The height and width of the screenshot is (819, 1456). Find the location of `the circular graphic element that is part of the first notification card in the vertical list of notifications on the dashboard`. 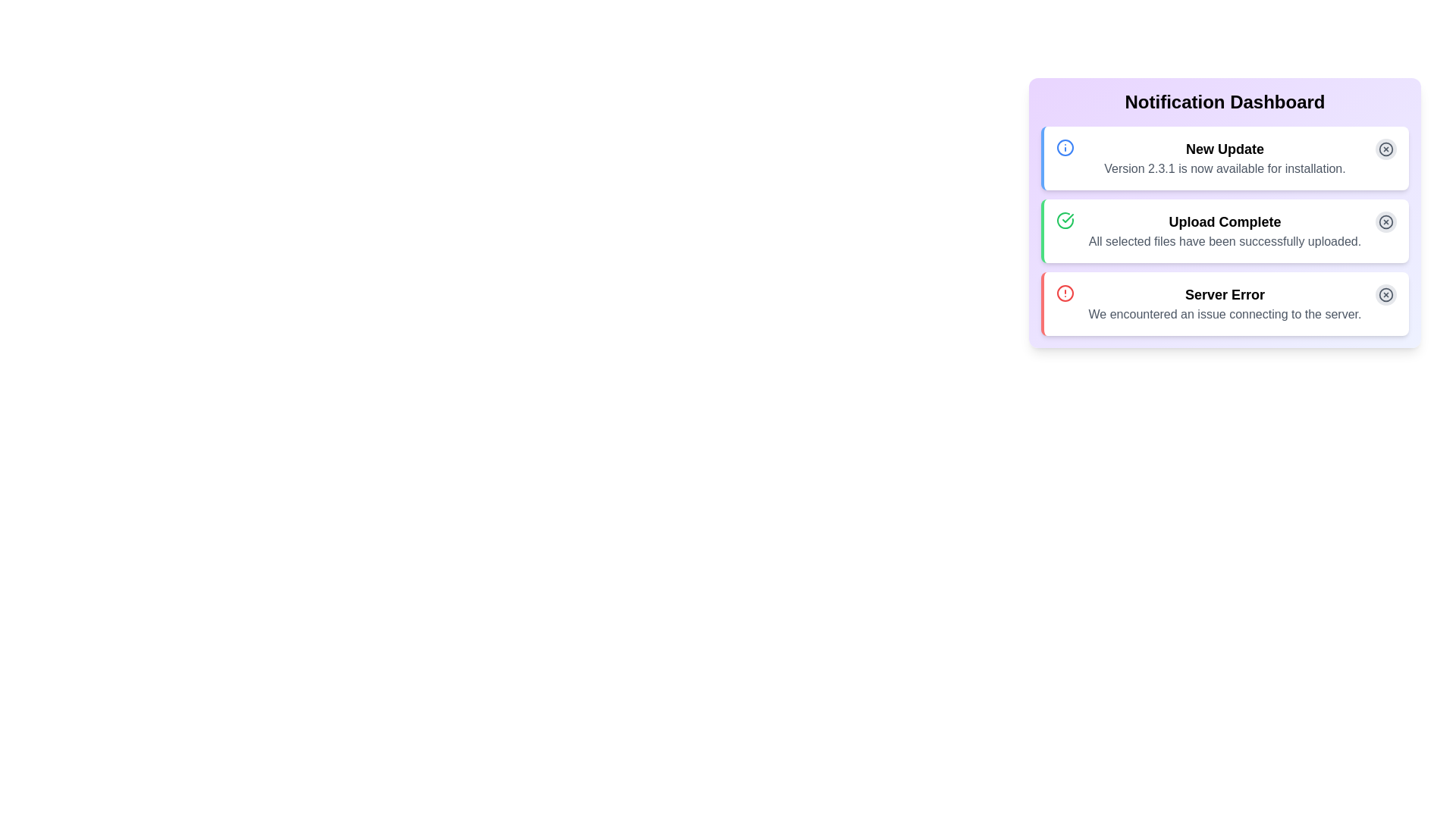

the circular graphic element that is part of the first notification card in the vertical list of notifications on the dashboard is located at coordinates (1065, 148).